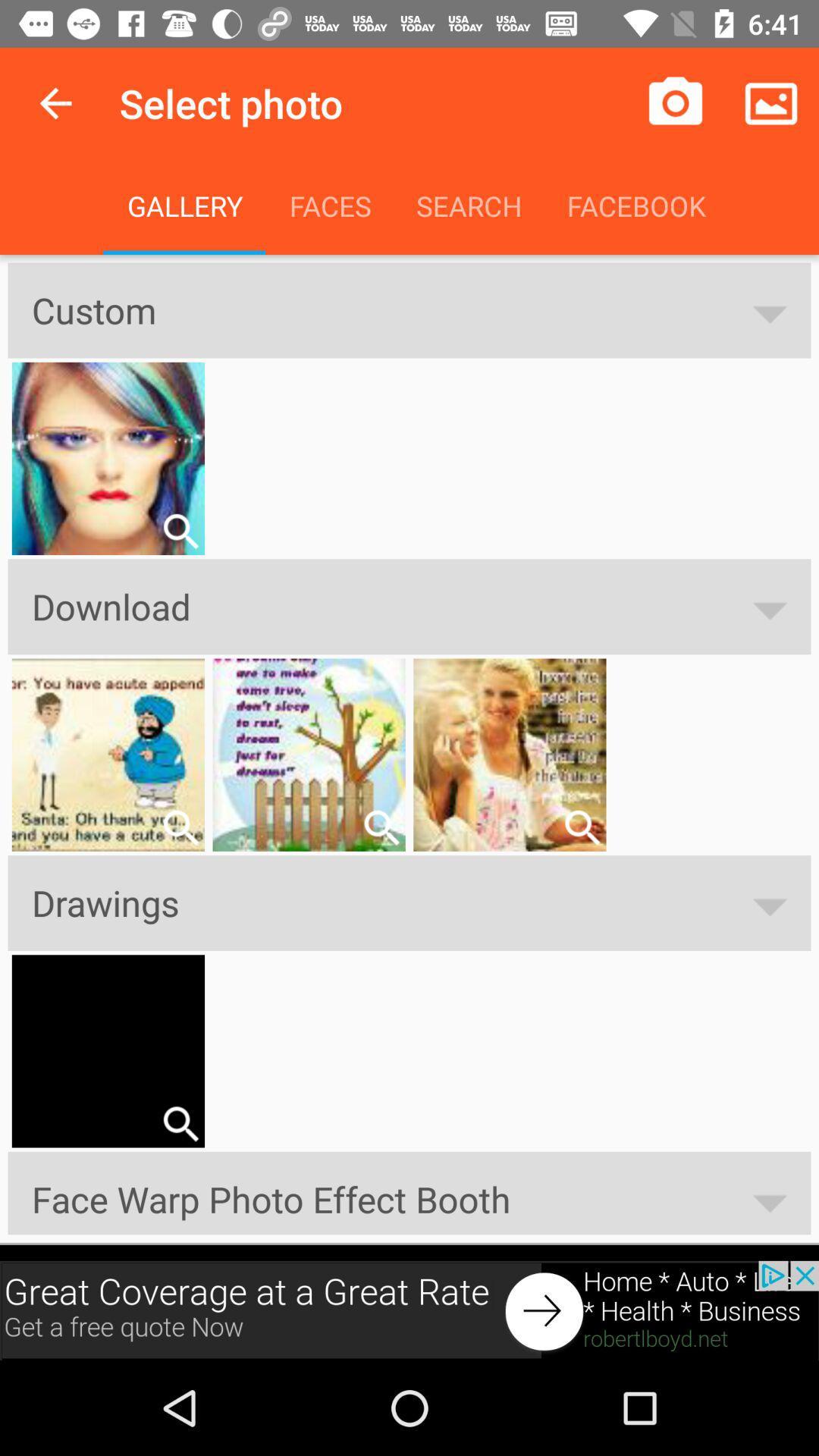 The width and height of the screenshot is (819, 1456). I want to click on expand photo, so click(180, 531).